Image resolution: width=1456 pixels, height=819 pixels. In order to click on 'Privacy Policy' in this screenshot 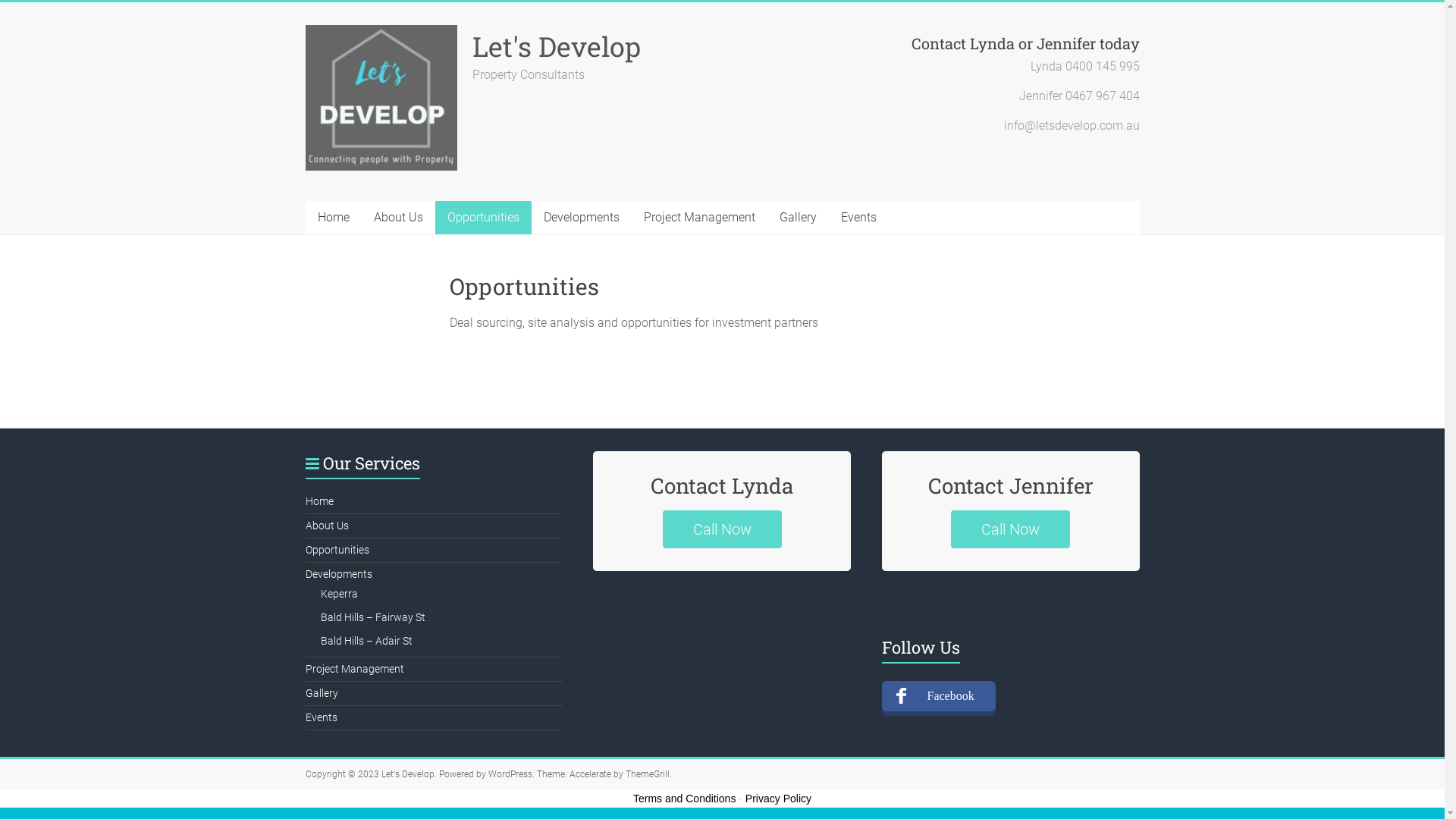, I will do `click(778, 798)`.